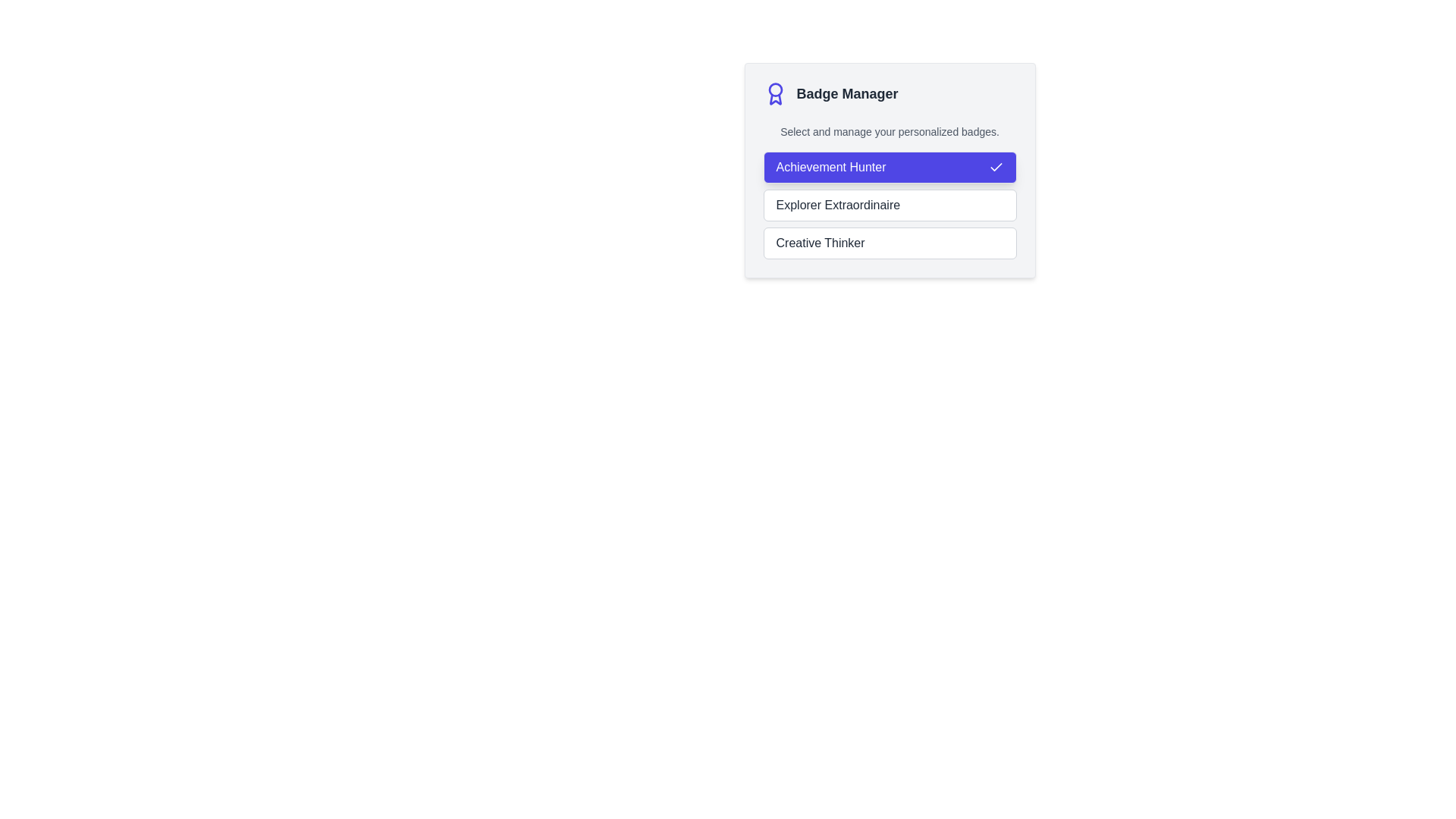 The width and height of the screenshot is (1456, 819). What do you see at coordinates (996, 167) in the screenshot?
I see `the checkmark icon inside the Badge Manager component, which is part of the selected badge row labeled 'Achievement Hunter' with a purple background` at bounding box center [996, 167].